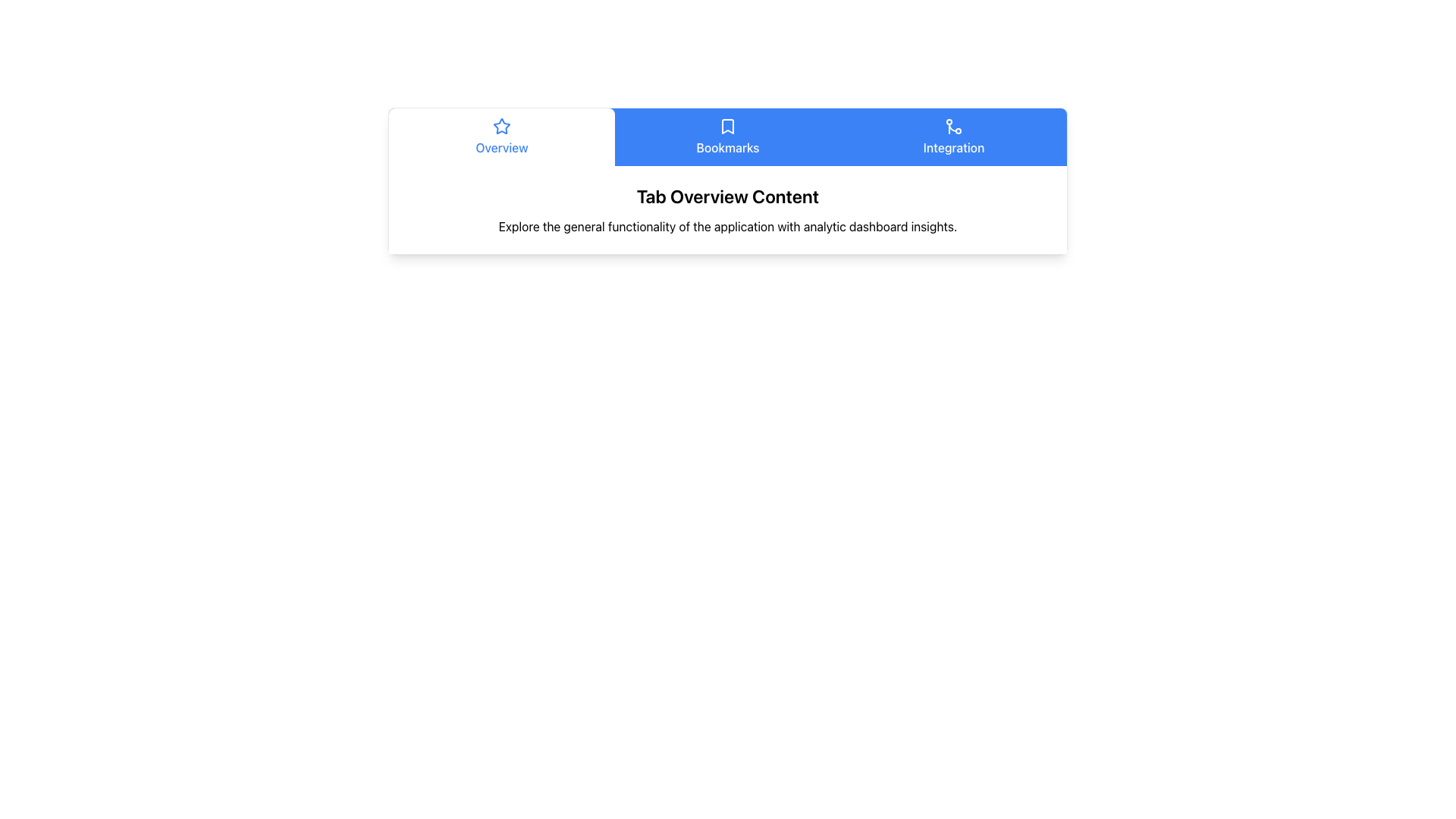 Image resolution: width=1456 pixels, height=819 pixels. Describe the element at coordinates (728, 125) in the screenshot. I see `the bookmark icon located in the navigation bar` at that location.